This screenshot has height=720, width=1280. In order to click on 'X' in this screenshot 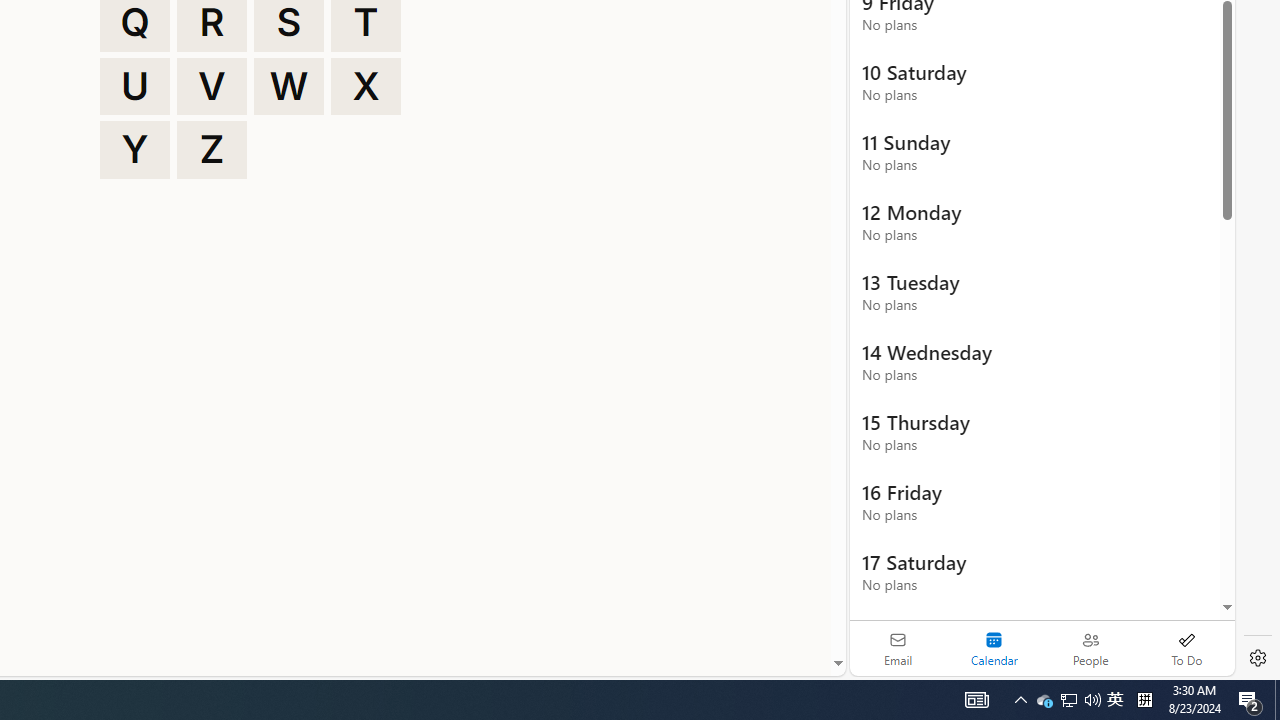, I will do `click(366, 85)`.